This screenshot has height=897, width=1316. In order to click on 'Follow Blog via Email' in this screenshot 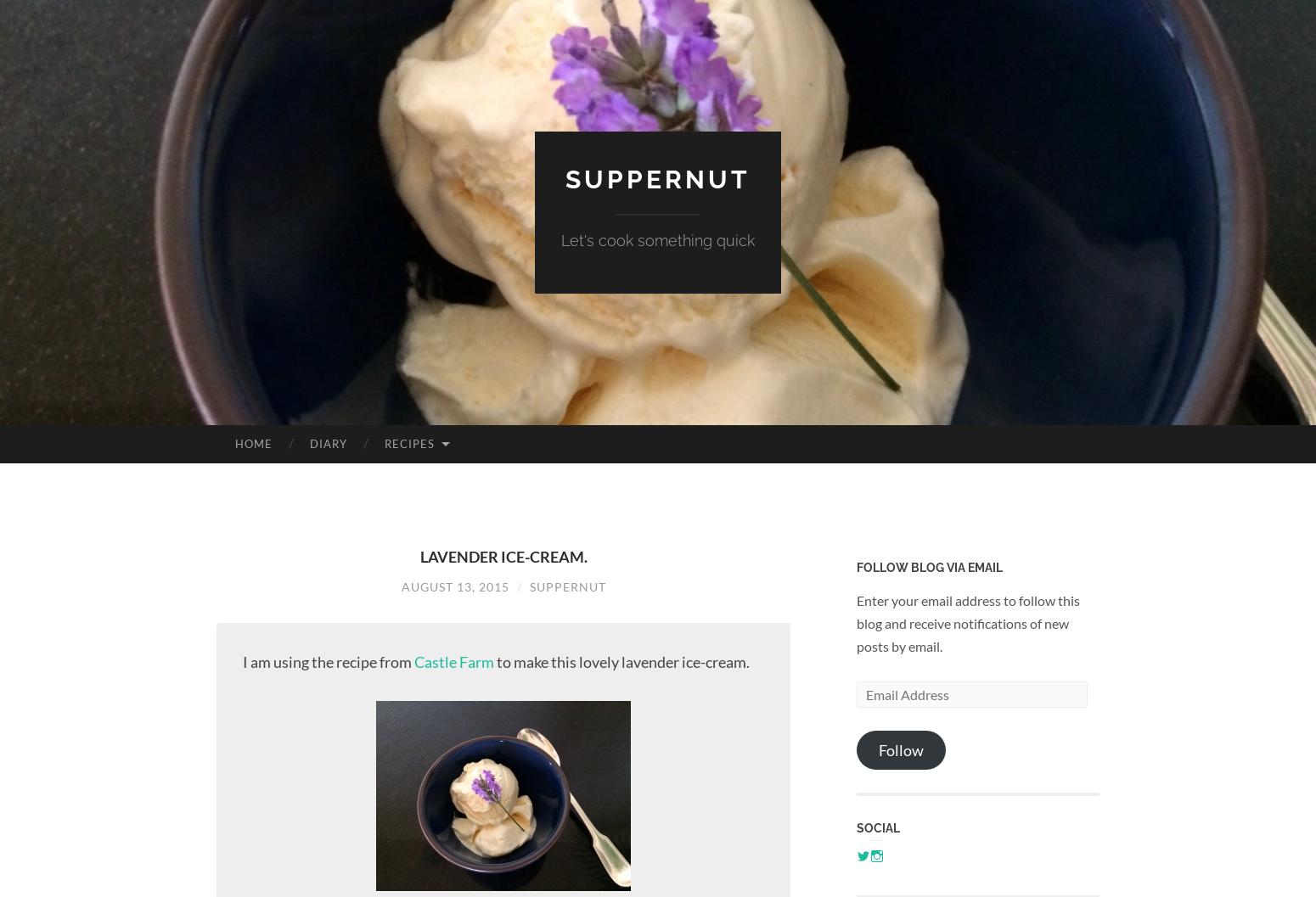, I will do `click(929, 567)`.